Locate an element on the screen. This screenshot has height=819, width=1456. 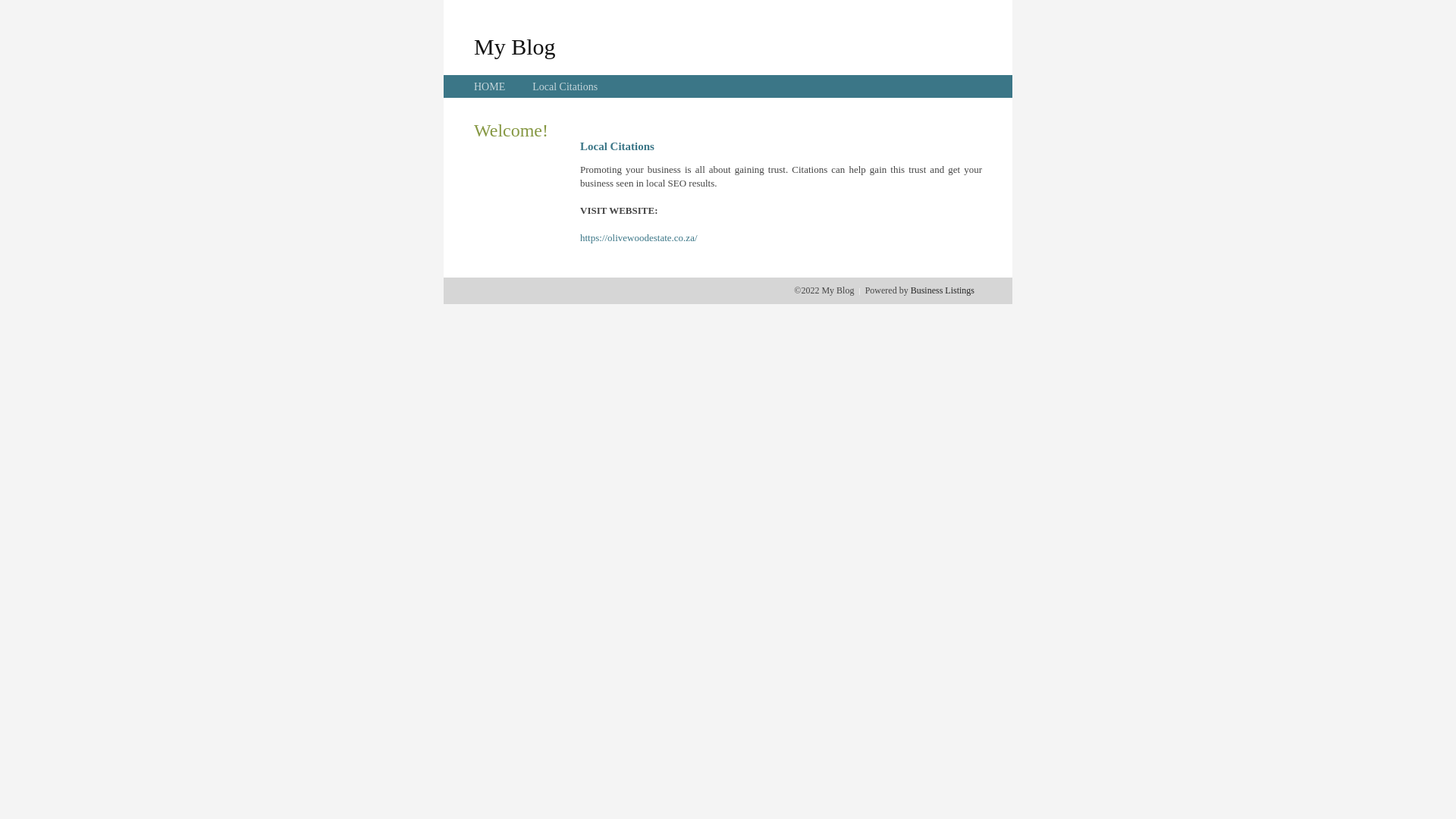
'https://olivewoodestate.co.za/' is located at coordinates (579, 237).